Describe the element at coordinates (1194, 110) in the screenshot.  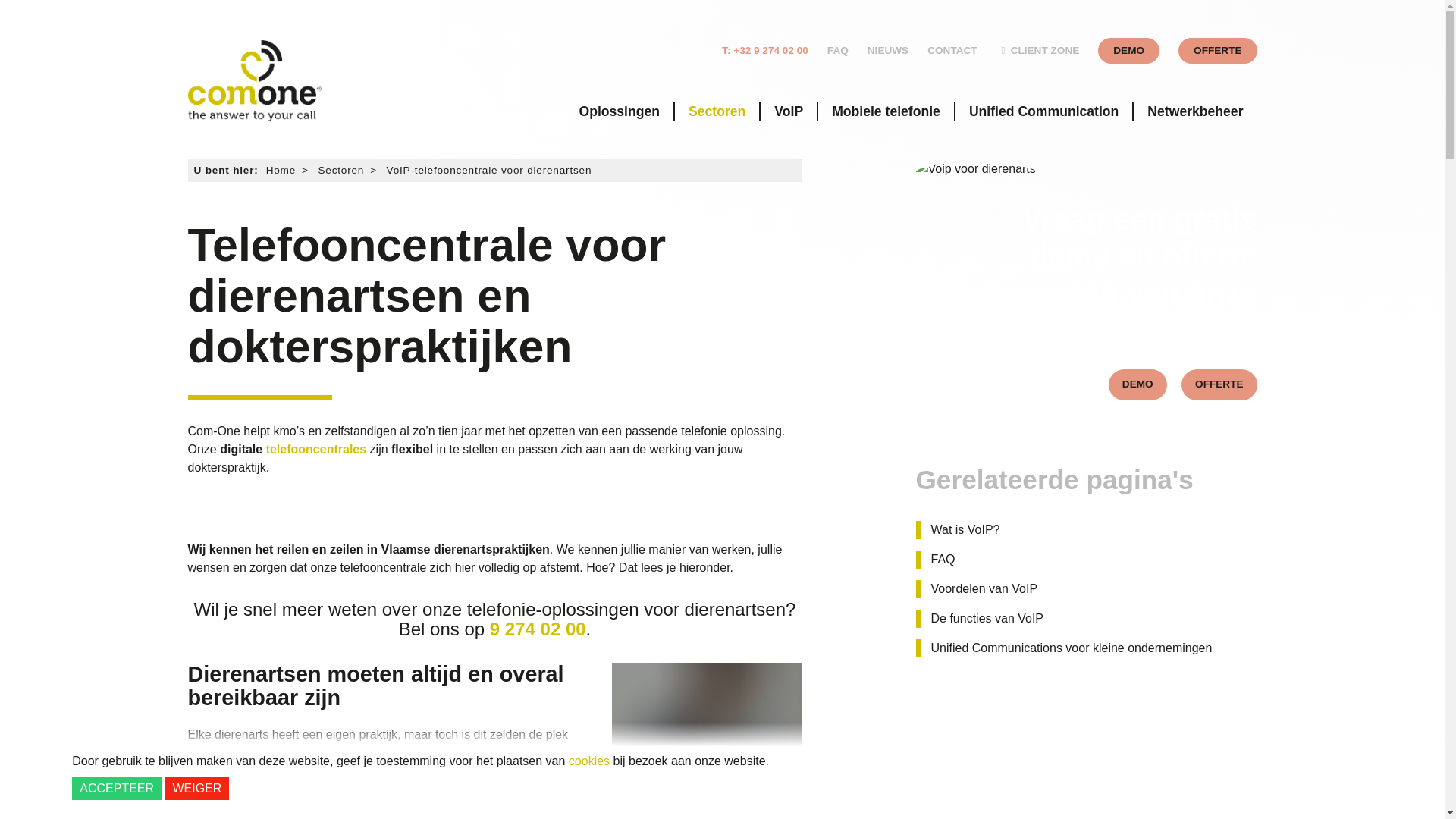
I see `'Netwerkbeheer'` at that location.